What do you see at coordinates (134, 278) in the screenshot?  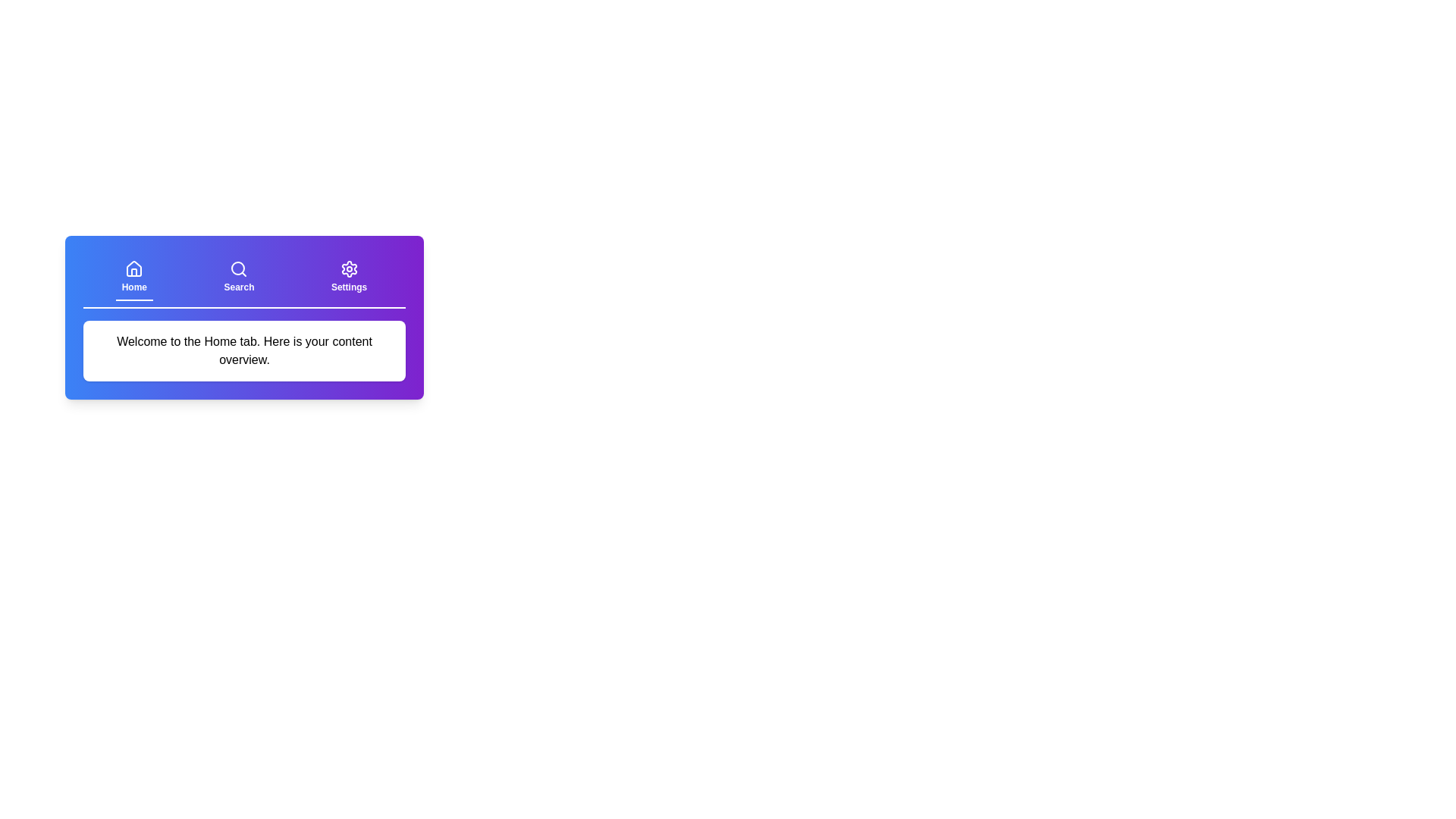 I see `the tab labeled Home to switch to the respective tab` at bounding box center [134, 278].